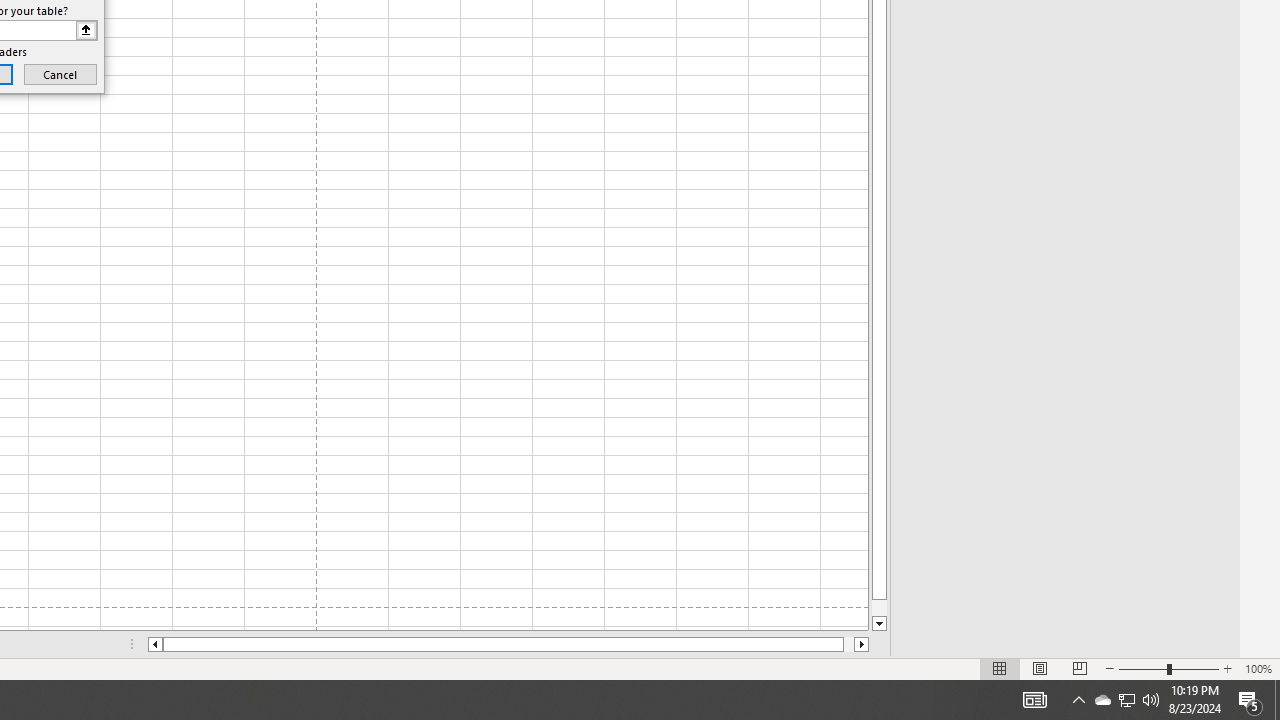  What do you see at coordinates (1143, 669) in the screenshot?
I see `'Zoom Out'` at bounding box center [1143, 669].